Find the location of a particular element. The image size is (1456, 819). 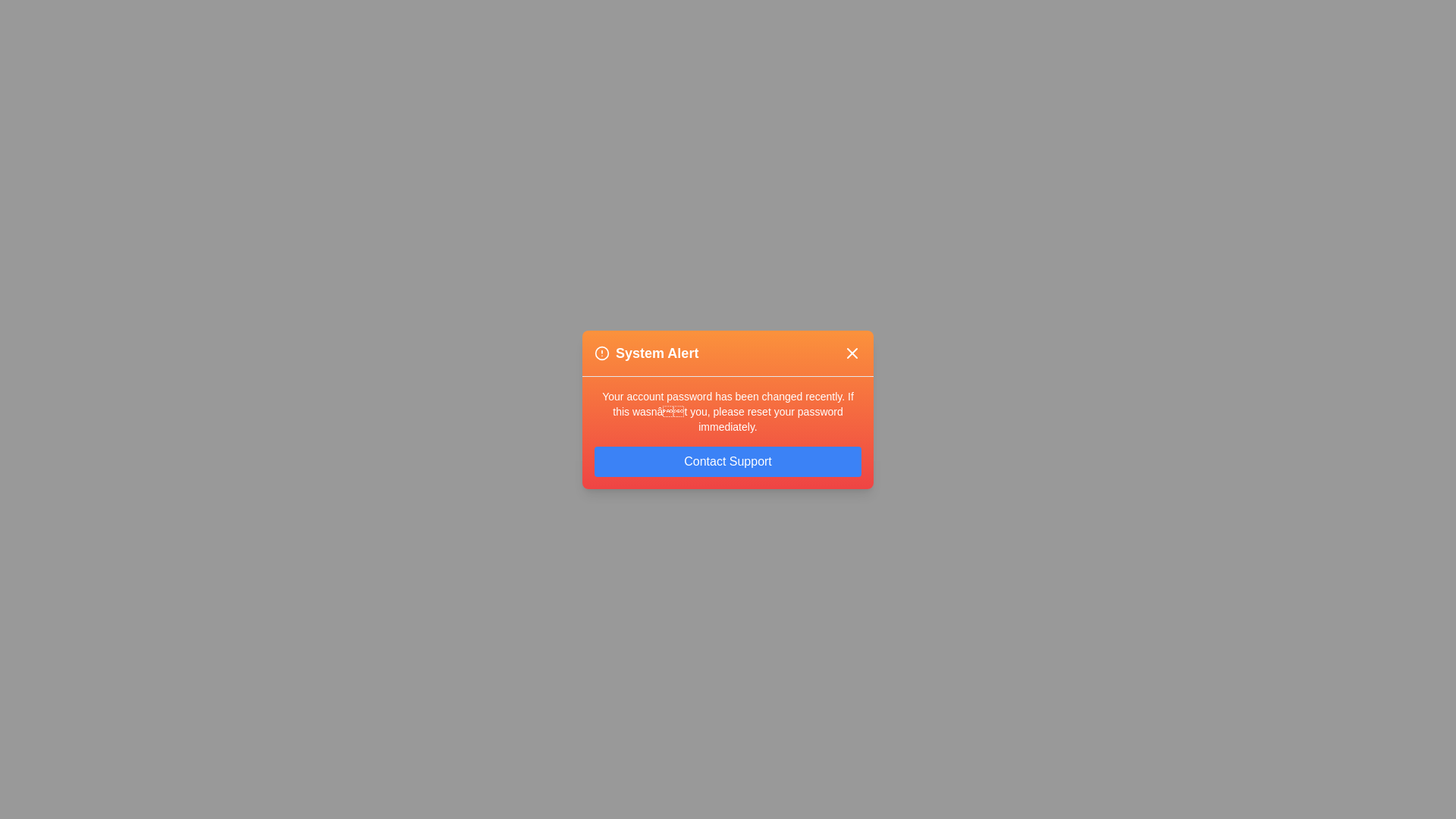

the 'Contact Support' button is located at coordinates (728, 460).